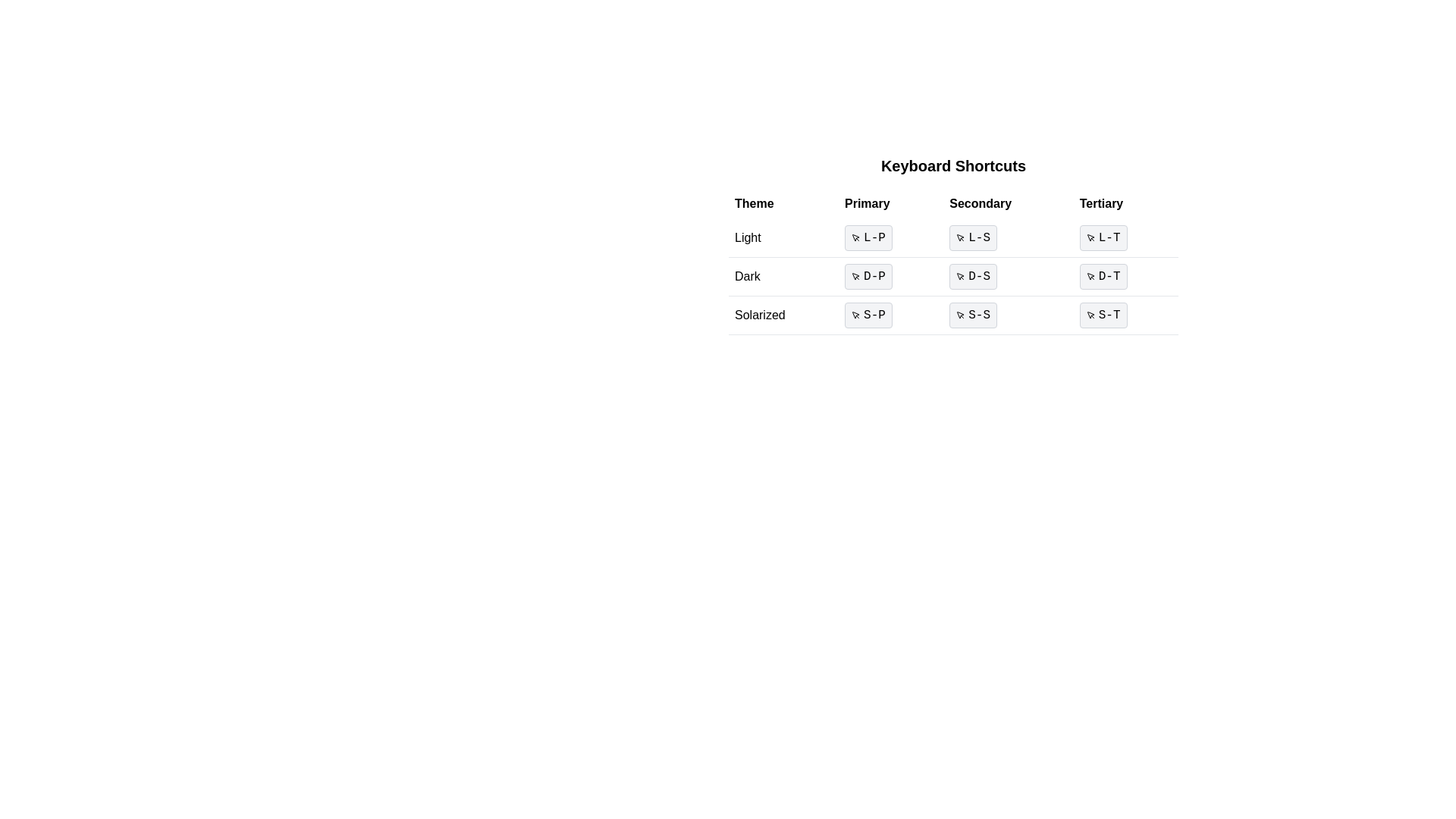 Image resolution: width=1456 pixels, height=819 pixels. What do you see at coordinates (1090, 237) in the screenshot?
I see `the button labeled 'L-T' which contains the mouse pointer SVG icon, located in the tertiary column of the Light row in the Keyboard Shortcuts table` at bounding box center [1090, 237].